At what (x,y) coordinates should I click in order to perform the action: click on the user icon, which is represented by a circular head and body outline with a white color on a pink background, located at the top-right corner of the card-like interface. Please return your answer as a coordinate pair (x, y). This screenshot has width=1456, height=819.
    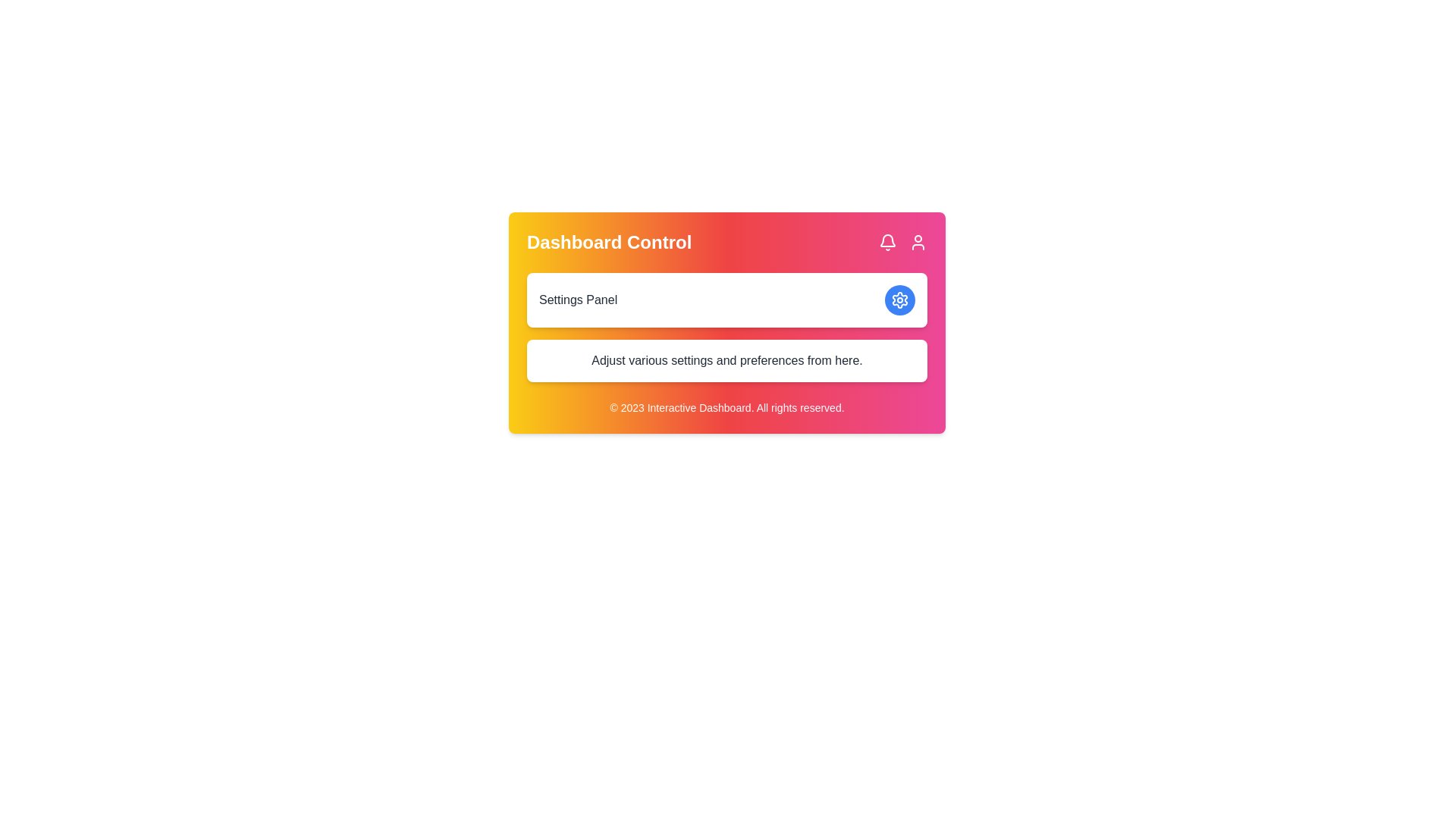
    Looking at the image, I should click on (917, 242).